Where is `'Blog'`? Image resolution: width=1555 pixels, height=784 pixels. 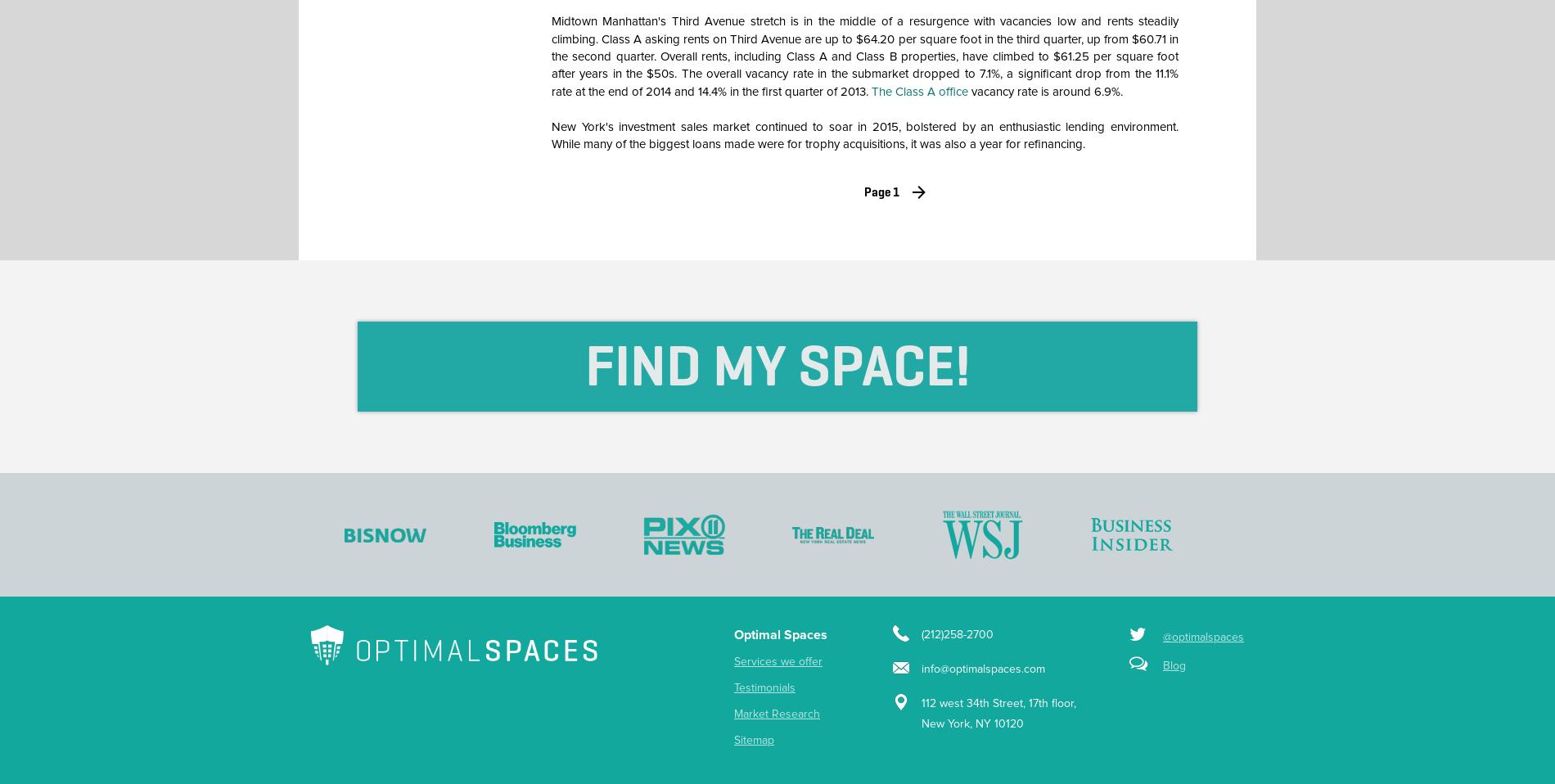 'Blog' is located at coordinates (1162, 664).